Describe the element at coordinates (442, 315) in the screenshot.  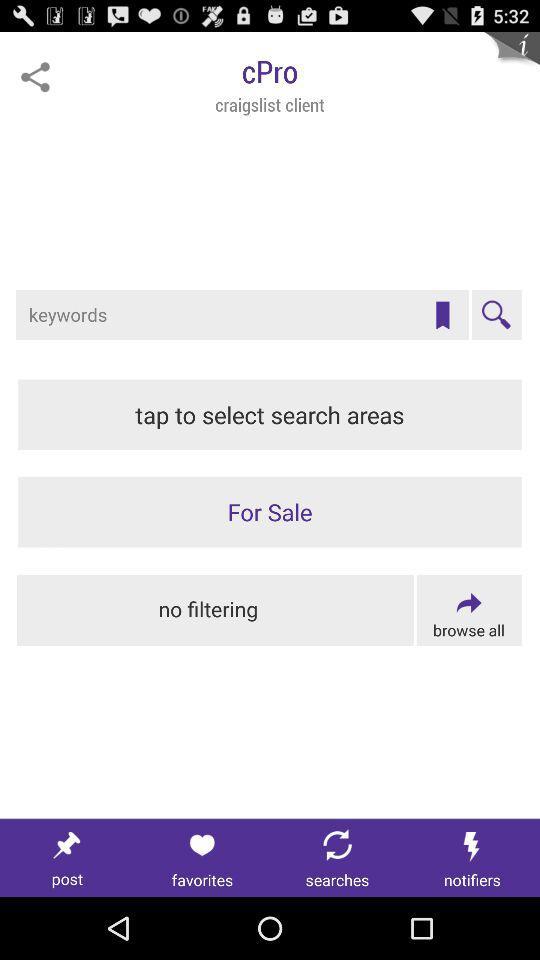
I see `bookmark` at that location.